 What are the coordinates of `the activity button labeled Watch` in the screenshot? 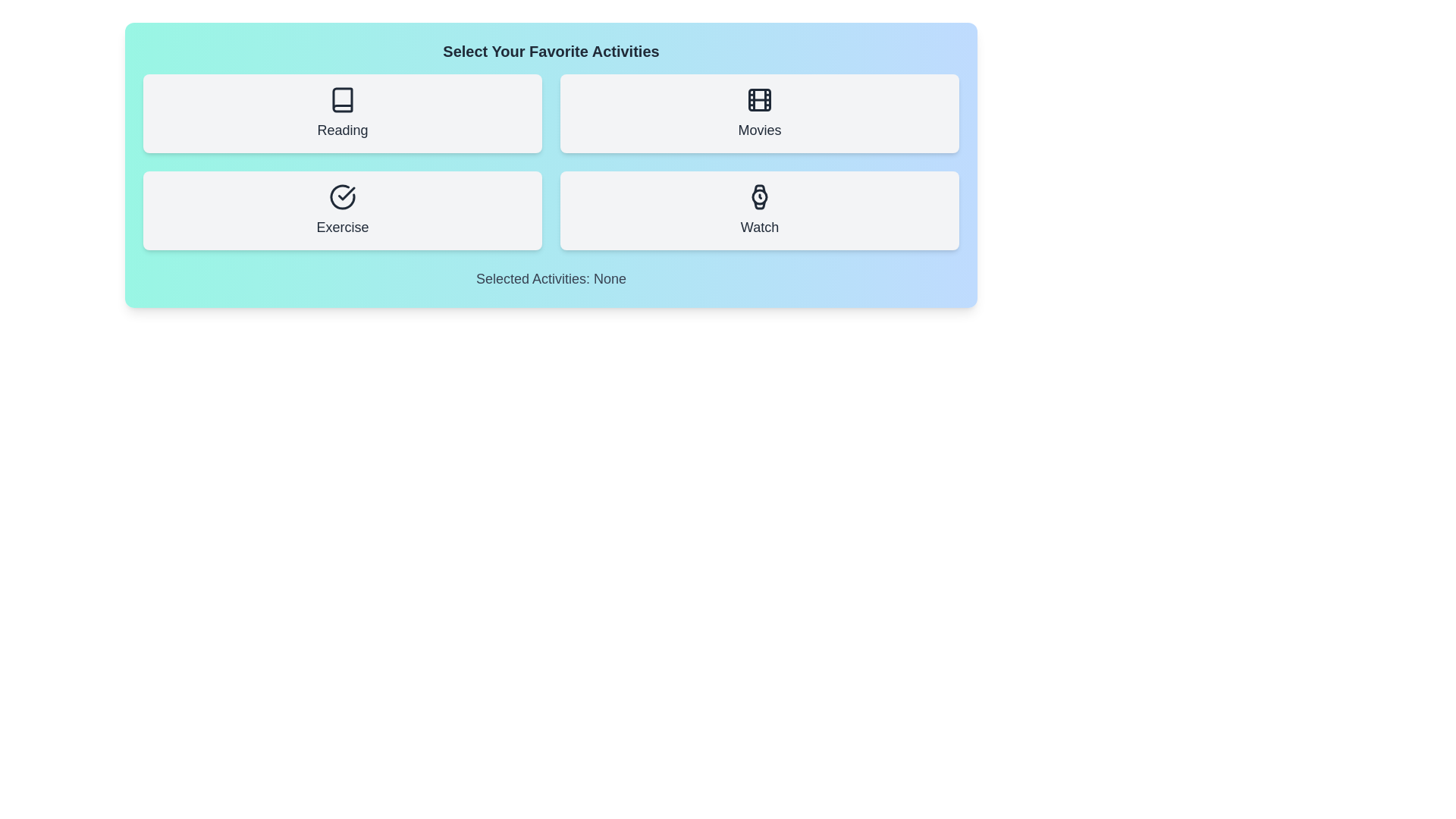 It's located at (760, 210).